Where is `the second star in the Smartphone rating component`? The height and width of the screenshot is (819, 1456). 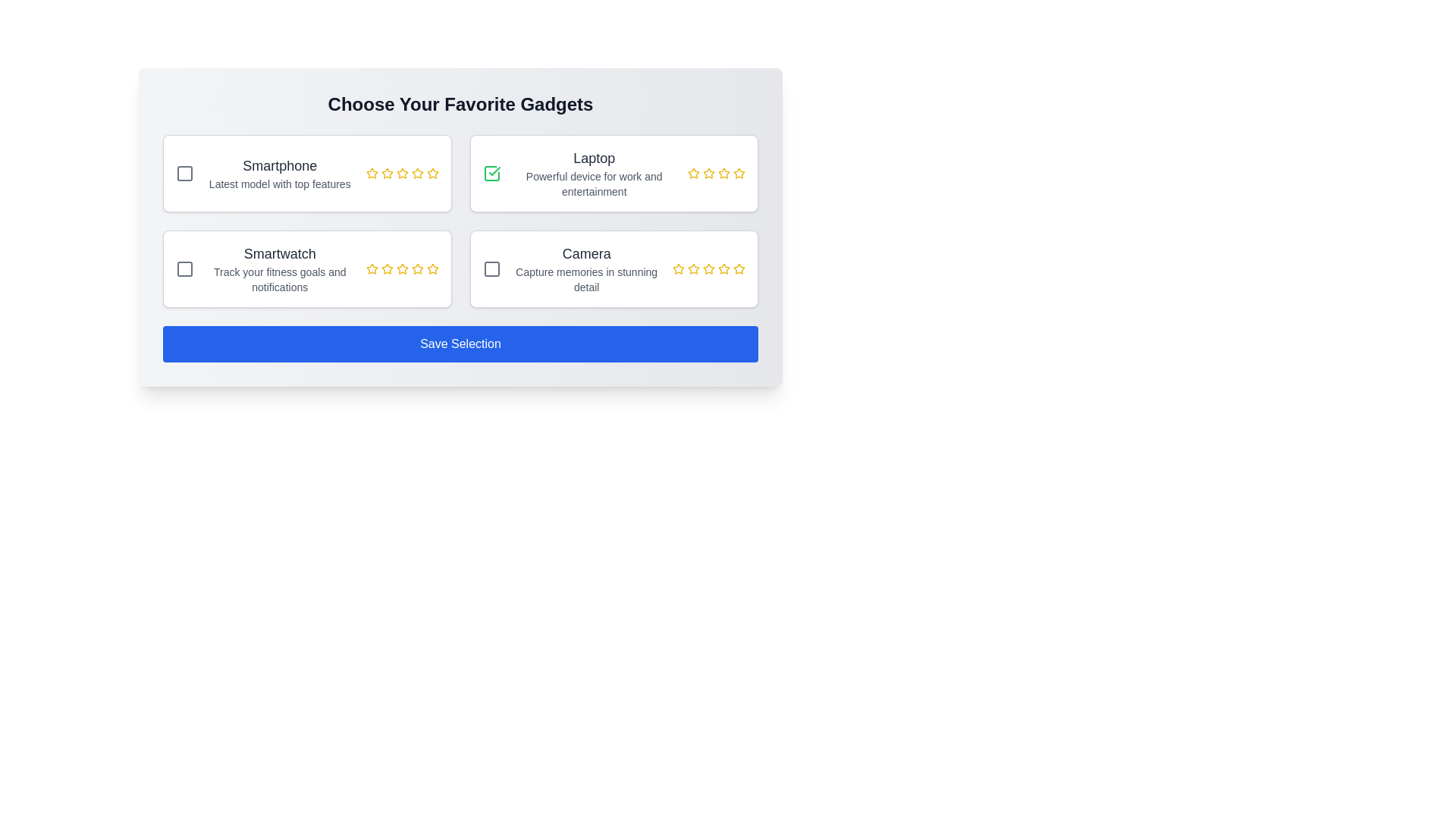 the second star in the Smartphone rating component is located at coordinates (431, 172).